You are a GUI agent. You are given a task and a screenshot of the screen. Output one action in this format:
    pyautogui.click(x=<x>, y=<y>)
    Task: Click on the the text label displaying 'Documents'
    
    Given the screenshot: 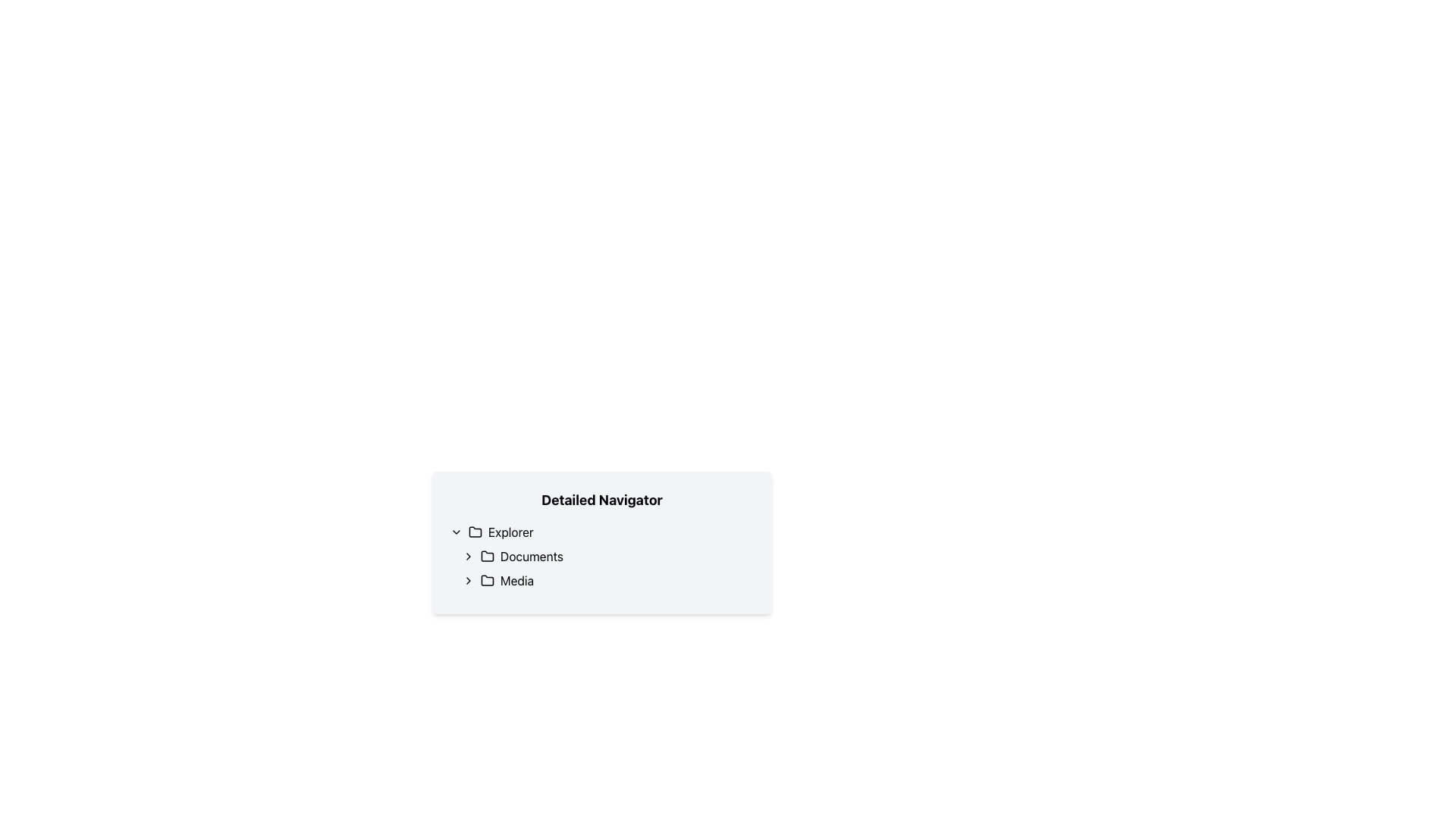 What is the action you would take?
    pyautogui.click(x=532, y=556)
    